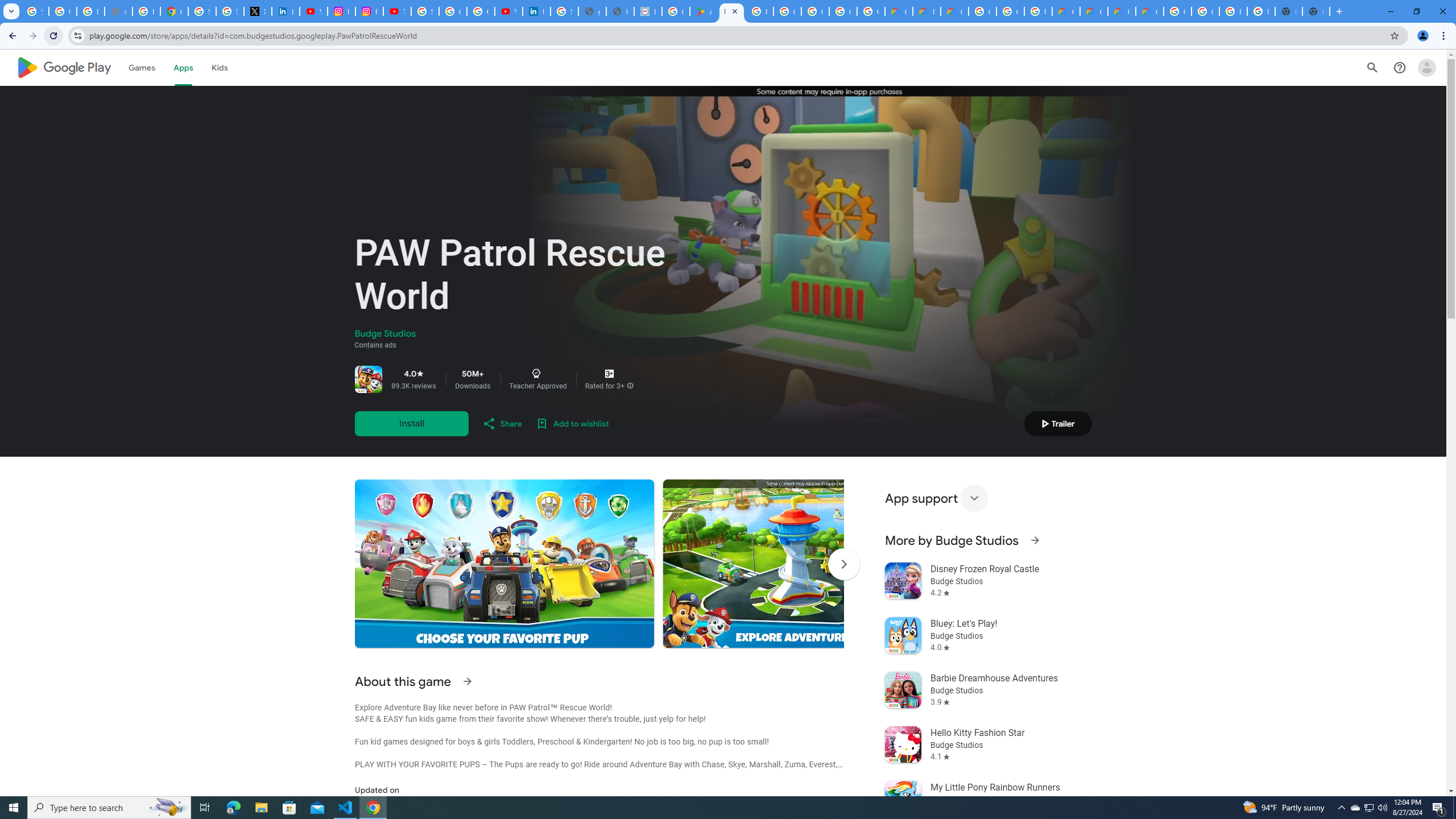  Describe the element at coordinates (1122, 11) in the screenshot. I see `'Google Cloud Pricing Calculator'` at that location.